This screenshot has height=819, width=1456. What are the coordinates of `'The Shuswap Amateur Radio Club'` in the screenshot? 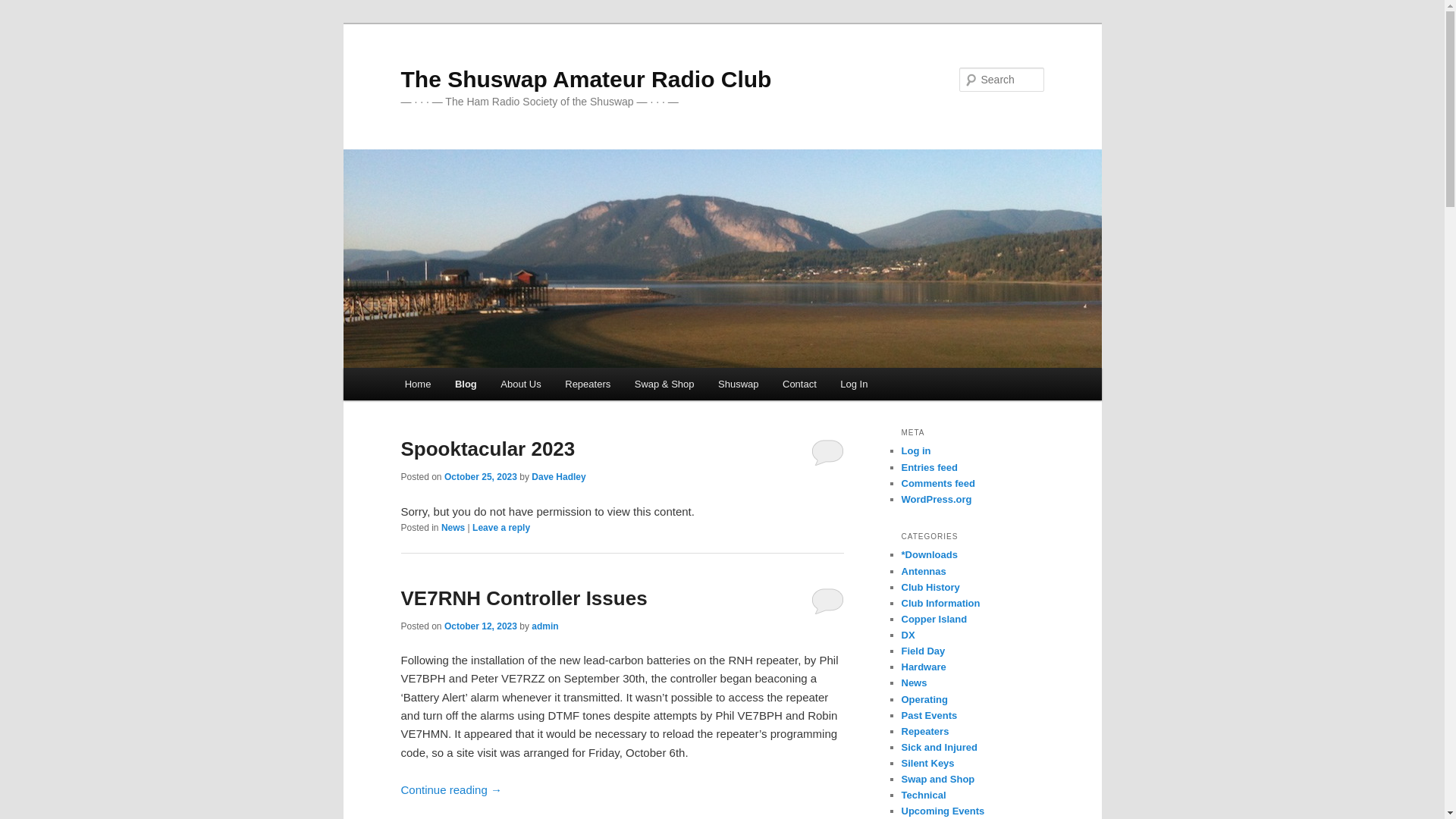 It's located at (585, 79).